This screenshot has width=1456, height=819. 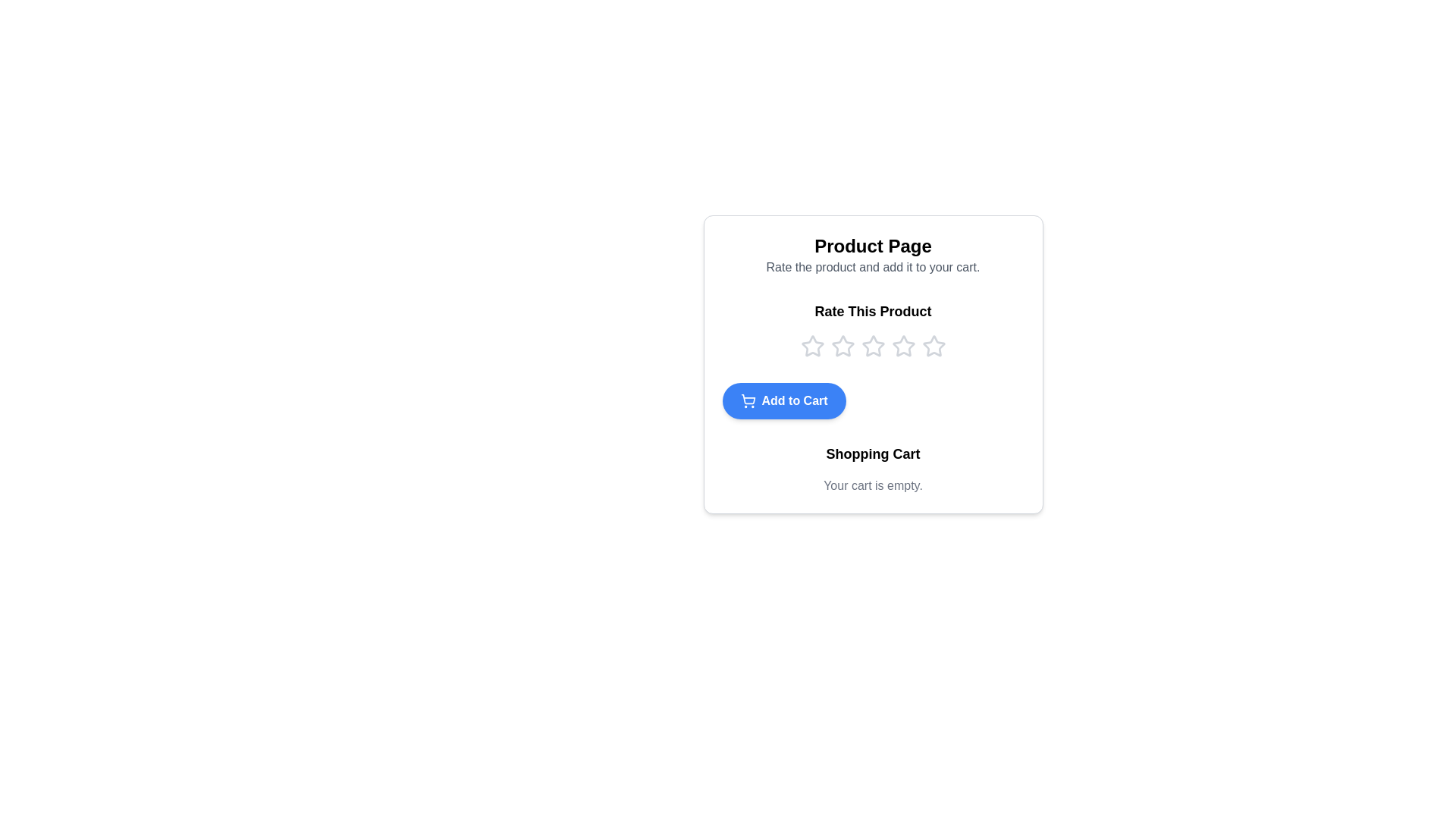 I want to click on the fifth star icon in the rating component labeled 'Rate This Product', so click(x=933, y=346).